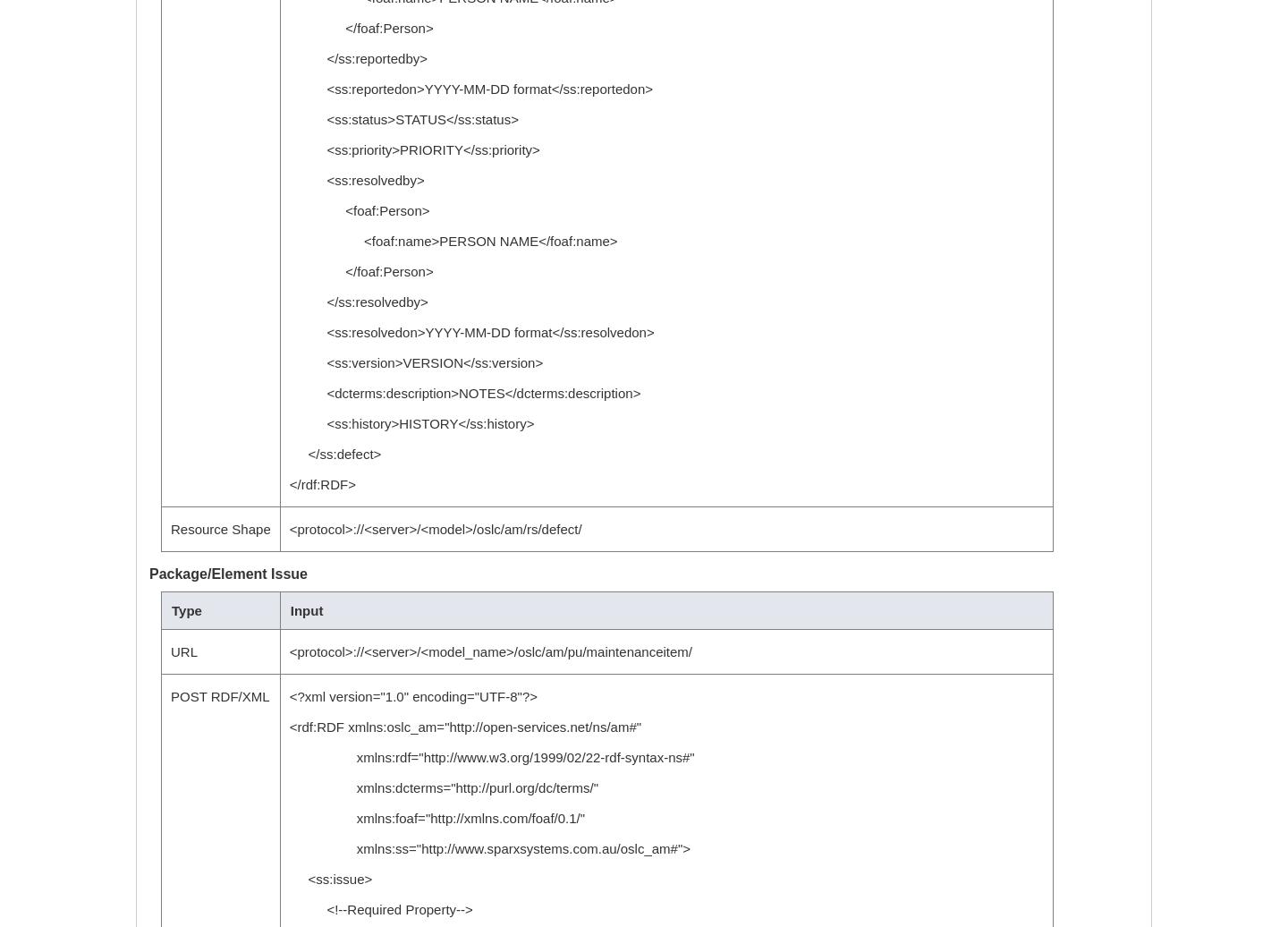 This screenshot has height=927, width=1288. I want to click on '<foaf:name>PERSON NAME</foaf:name>', so click(452, 241).